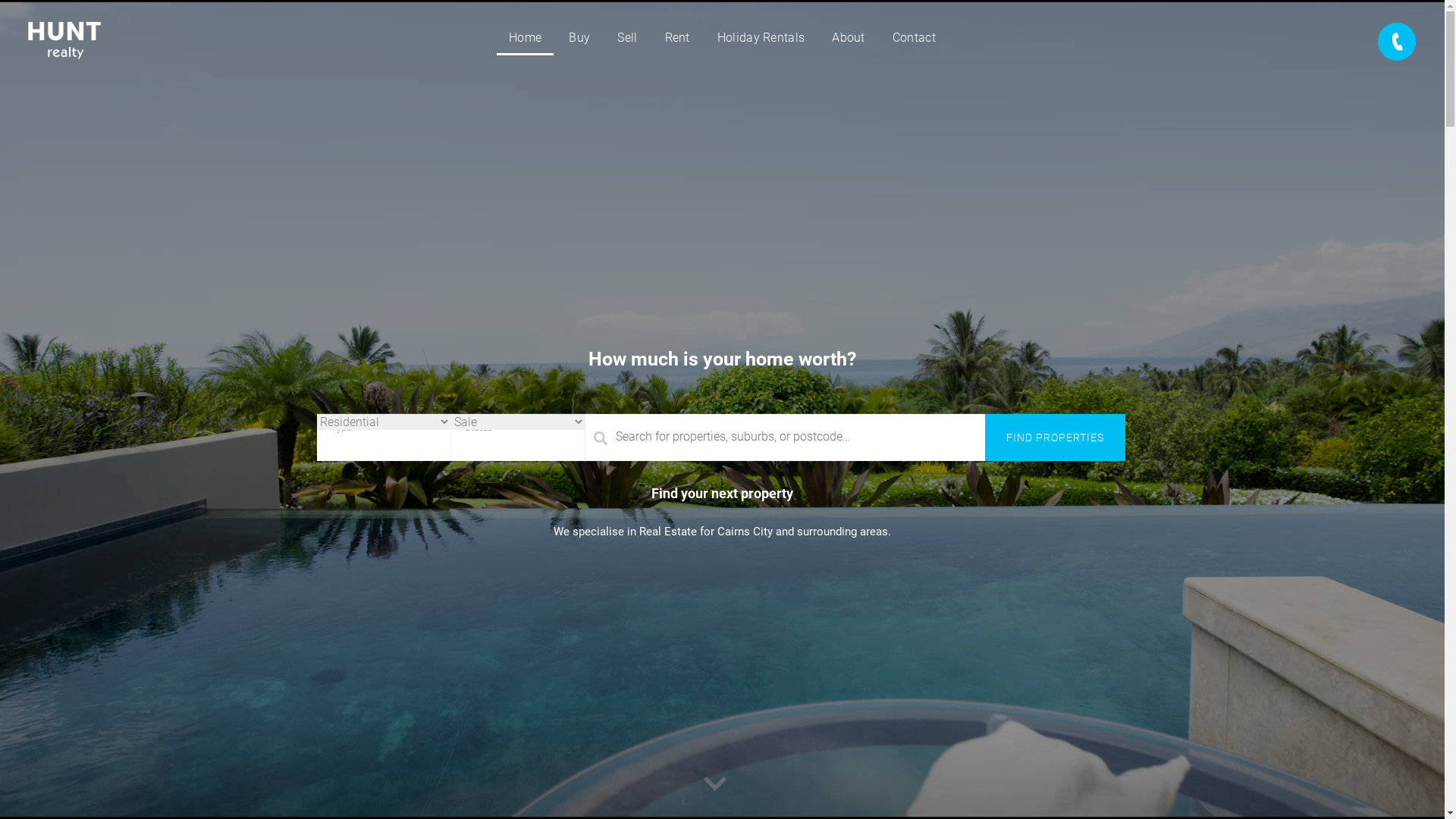 Image resolution: width=1456 pixels, height=819 pixels. Describe the element at coordinates (847, 37) in the screenshot. I see `'About'` at that location.